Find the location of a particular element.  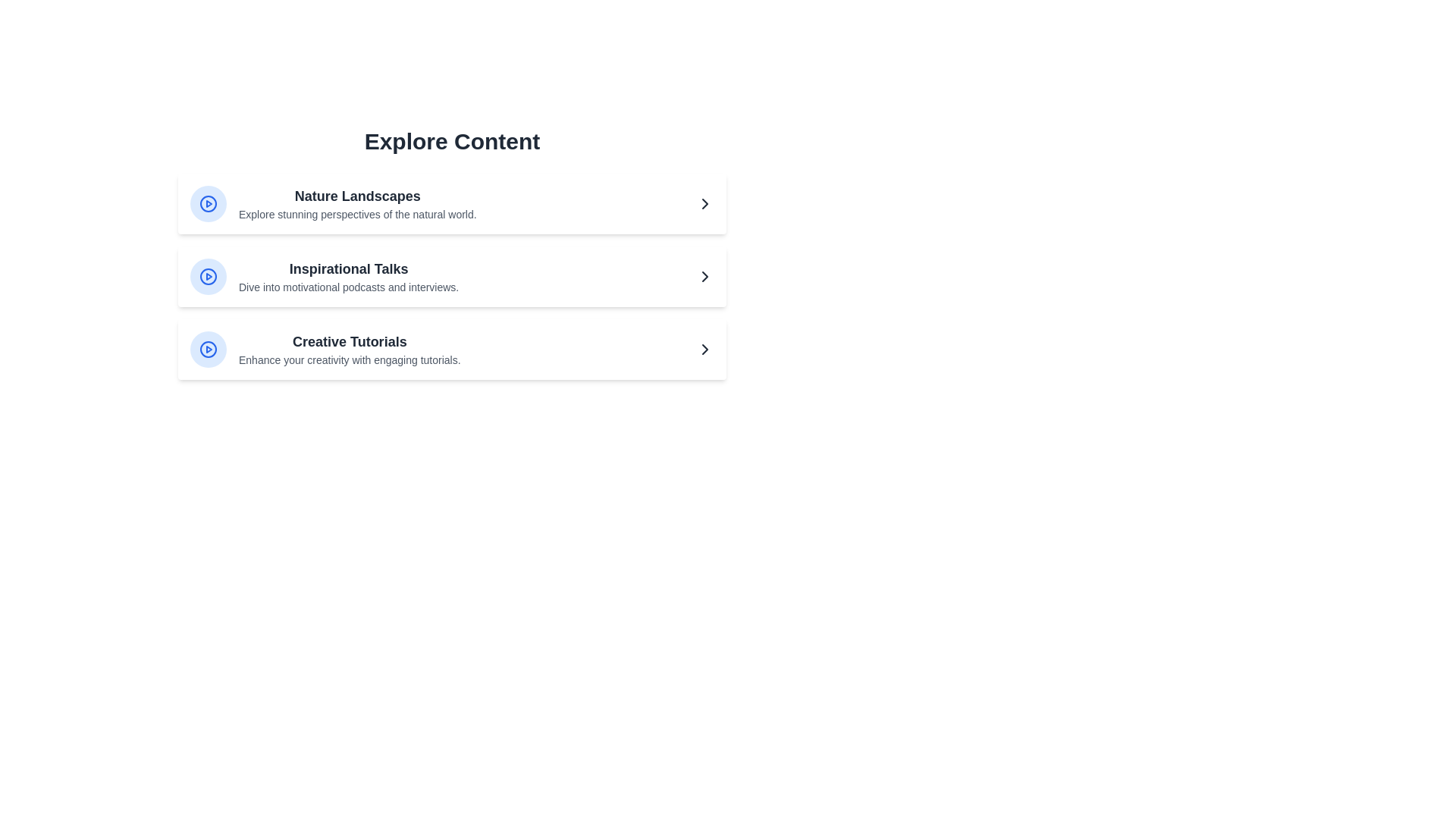

the text of Creative Tutorials in the MediaList component is located at coordinates (349, 342).